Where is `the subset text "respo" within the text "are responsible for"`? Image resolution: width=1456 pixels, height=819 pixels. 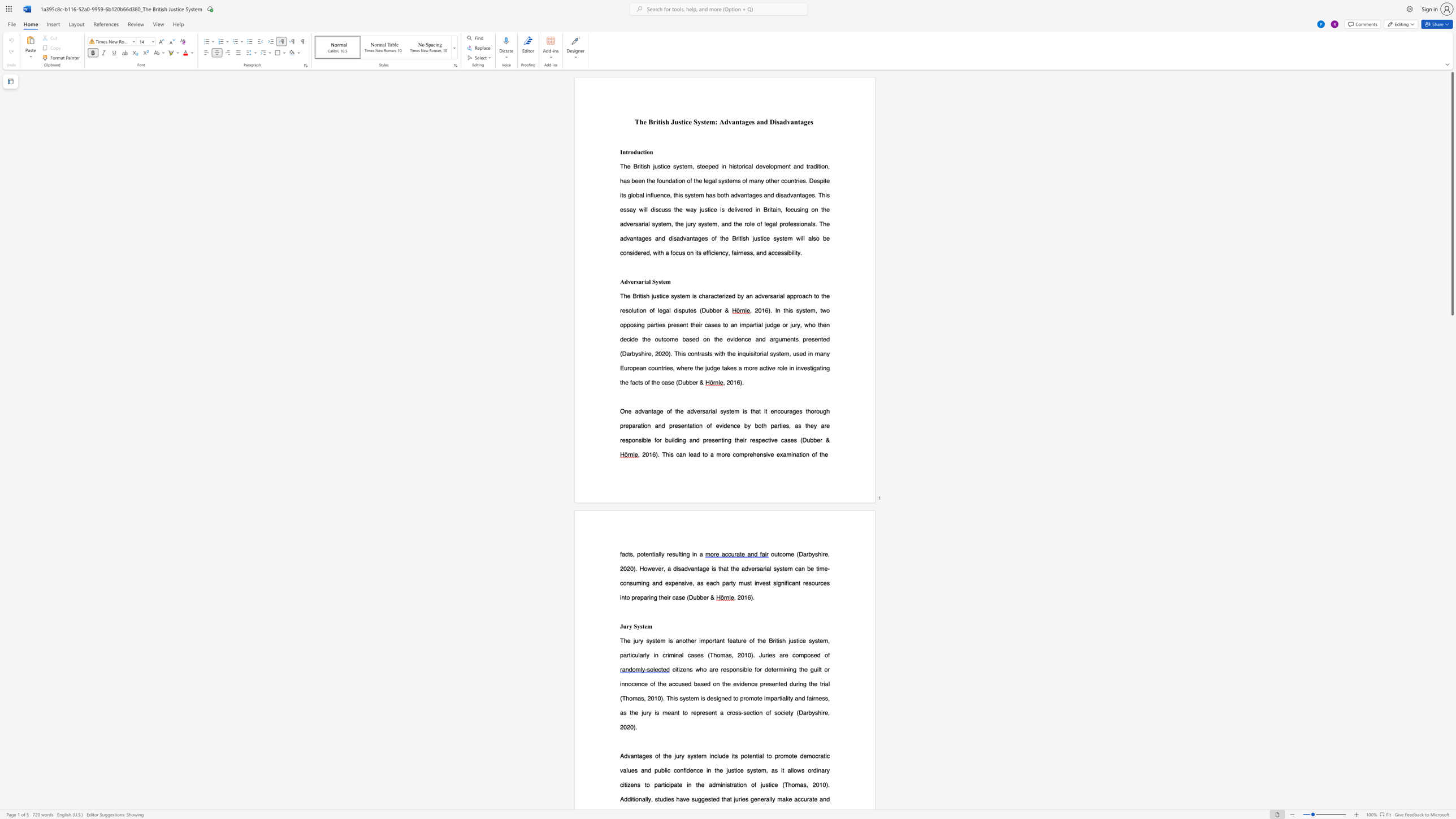
the subset text "respo" within the text "are responsible for" is located at coordinates (721, 669).